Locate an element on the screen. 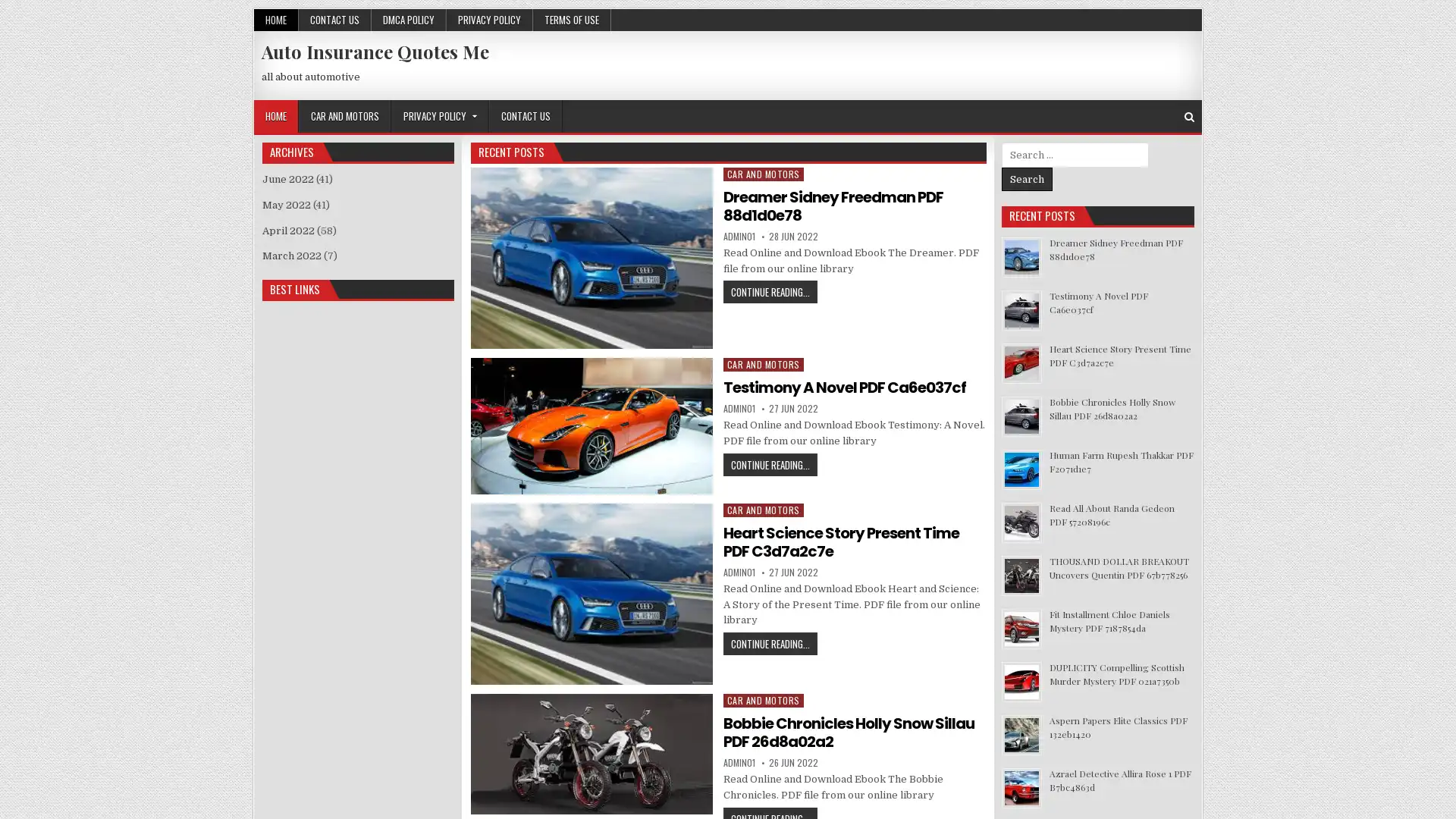  Search is located at coordinates (1027, 178).